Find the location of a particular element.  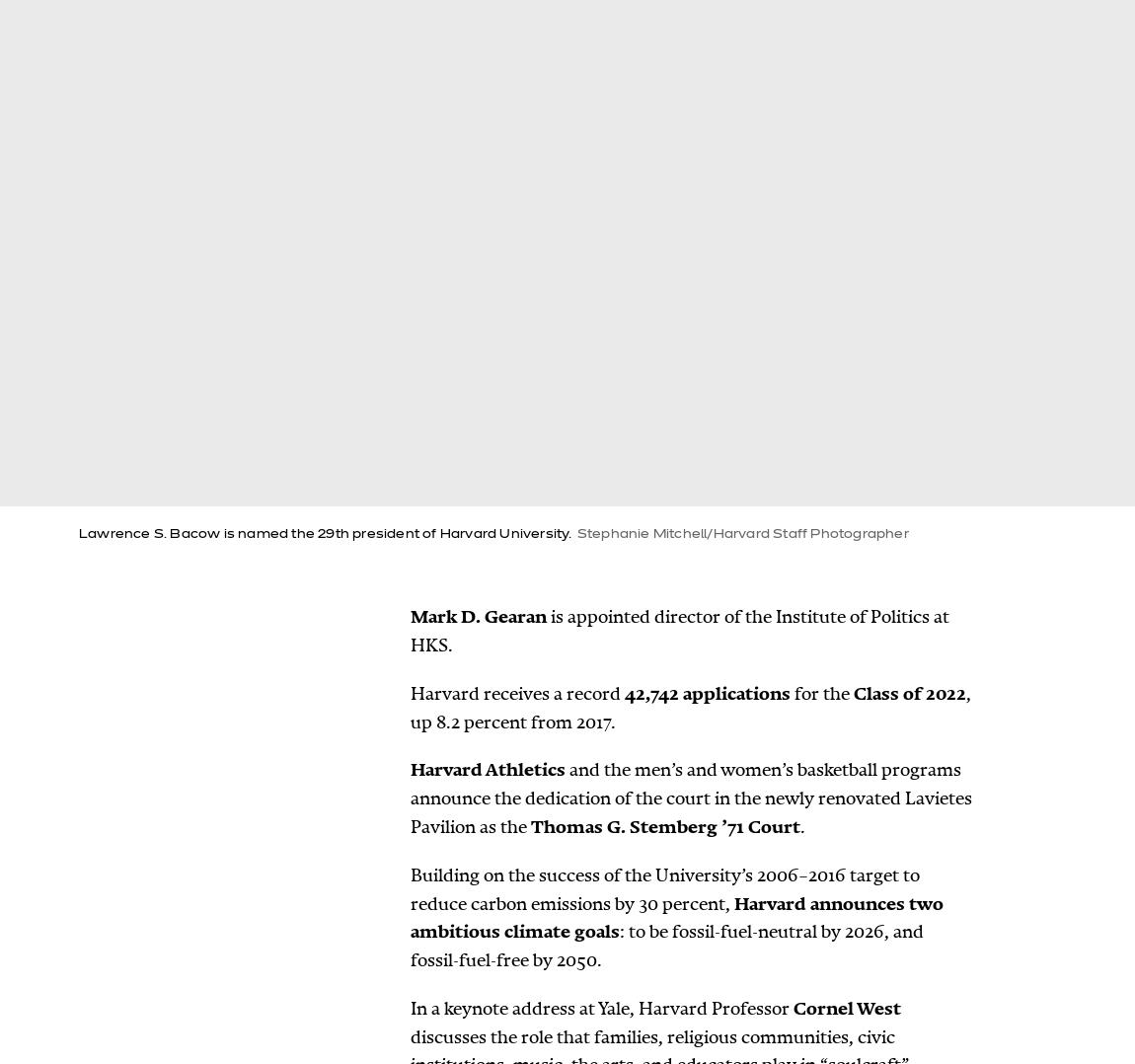

'Building on the success of the University’s 2006–2016 target to reduce carbon emissions by 30 percent,' is located at coordinates (664, 888).